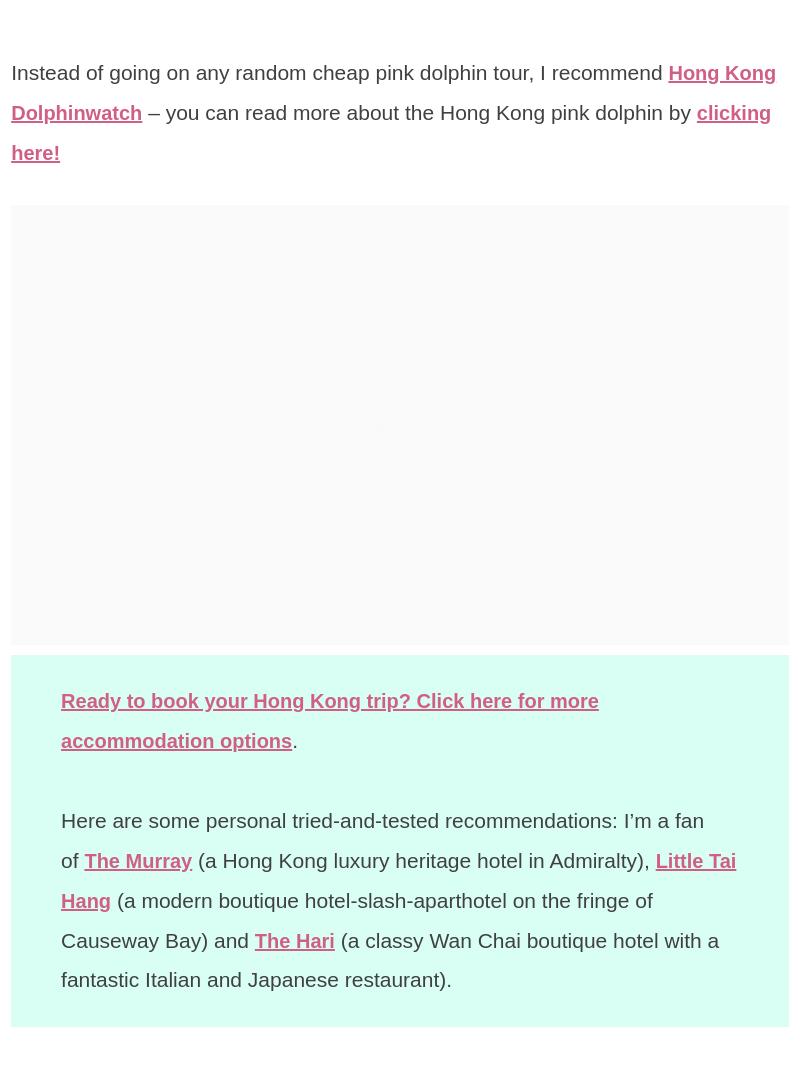 The height and width of the screenshot is (1069, 800). I want to click on 'Instead of going on any random cheap pink dolphin tour, I recommend', so click(339, 71).